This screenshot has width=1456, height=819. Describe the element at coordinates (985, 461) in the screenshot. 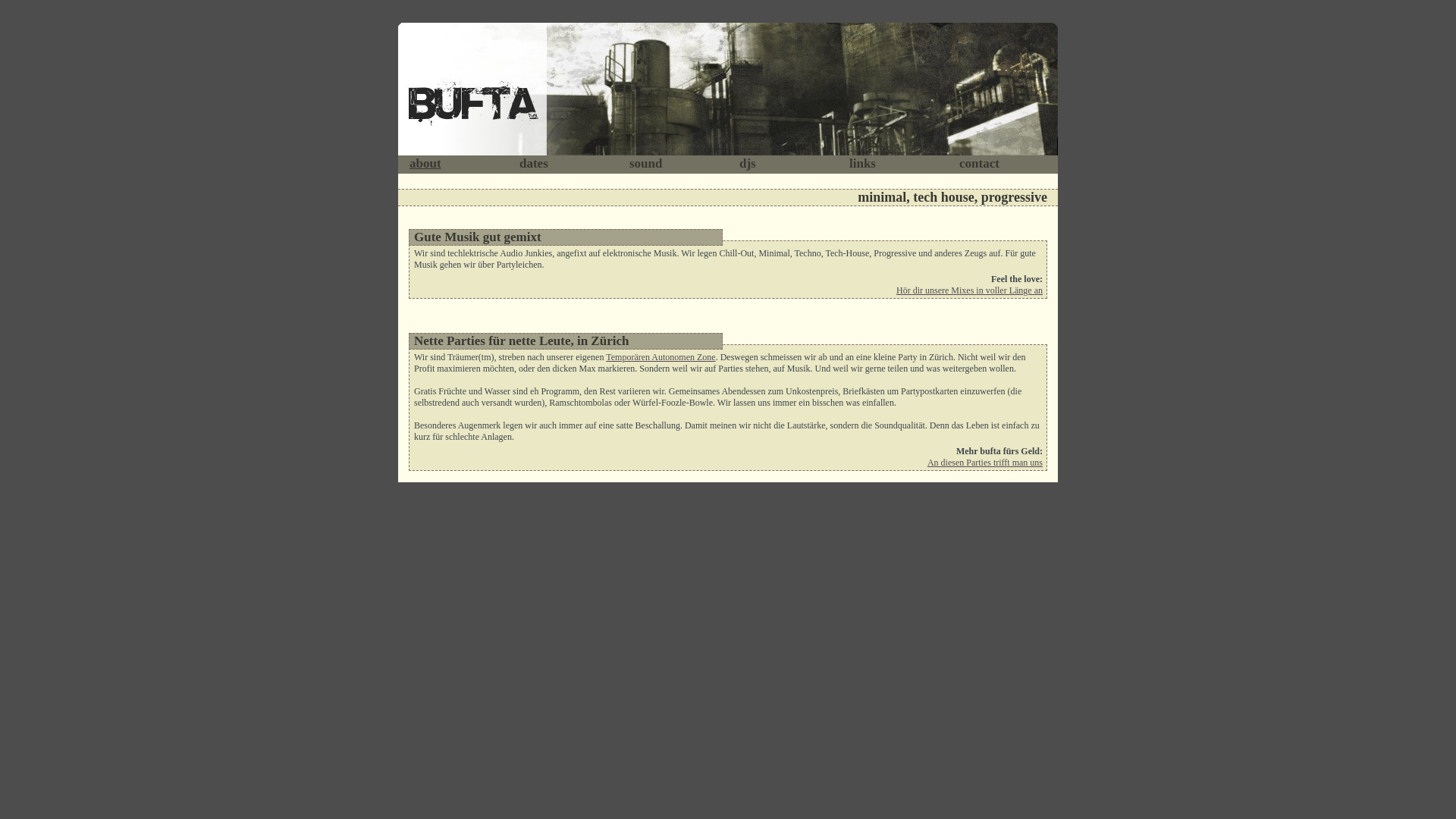

I see `'An diesen Parties trifft man uns'` at that location.